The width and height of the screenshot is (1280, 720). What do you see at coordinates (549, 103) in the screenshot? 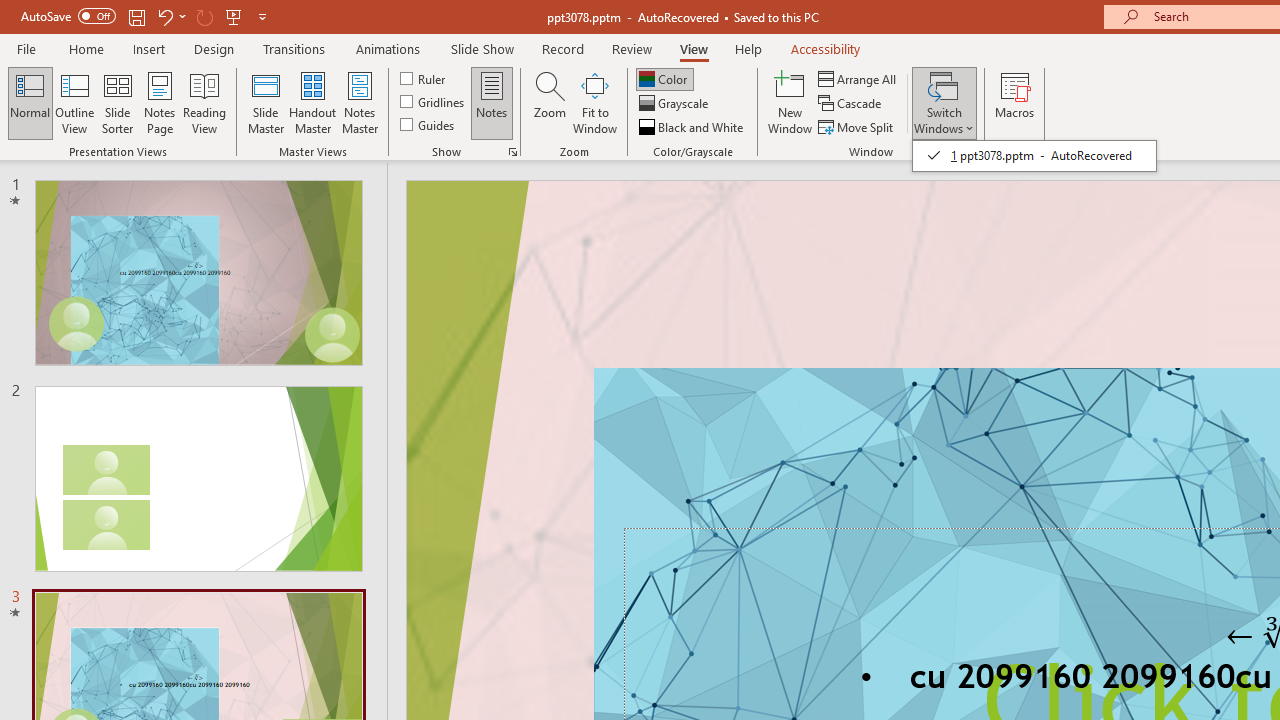
I see `'Zoom...'` at bounding box center [549, 103].